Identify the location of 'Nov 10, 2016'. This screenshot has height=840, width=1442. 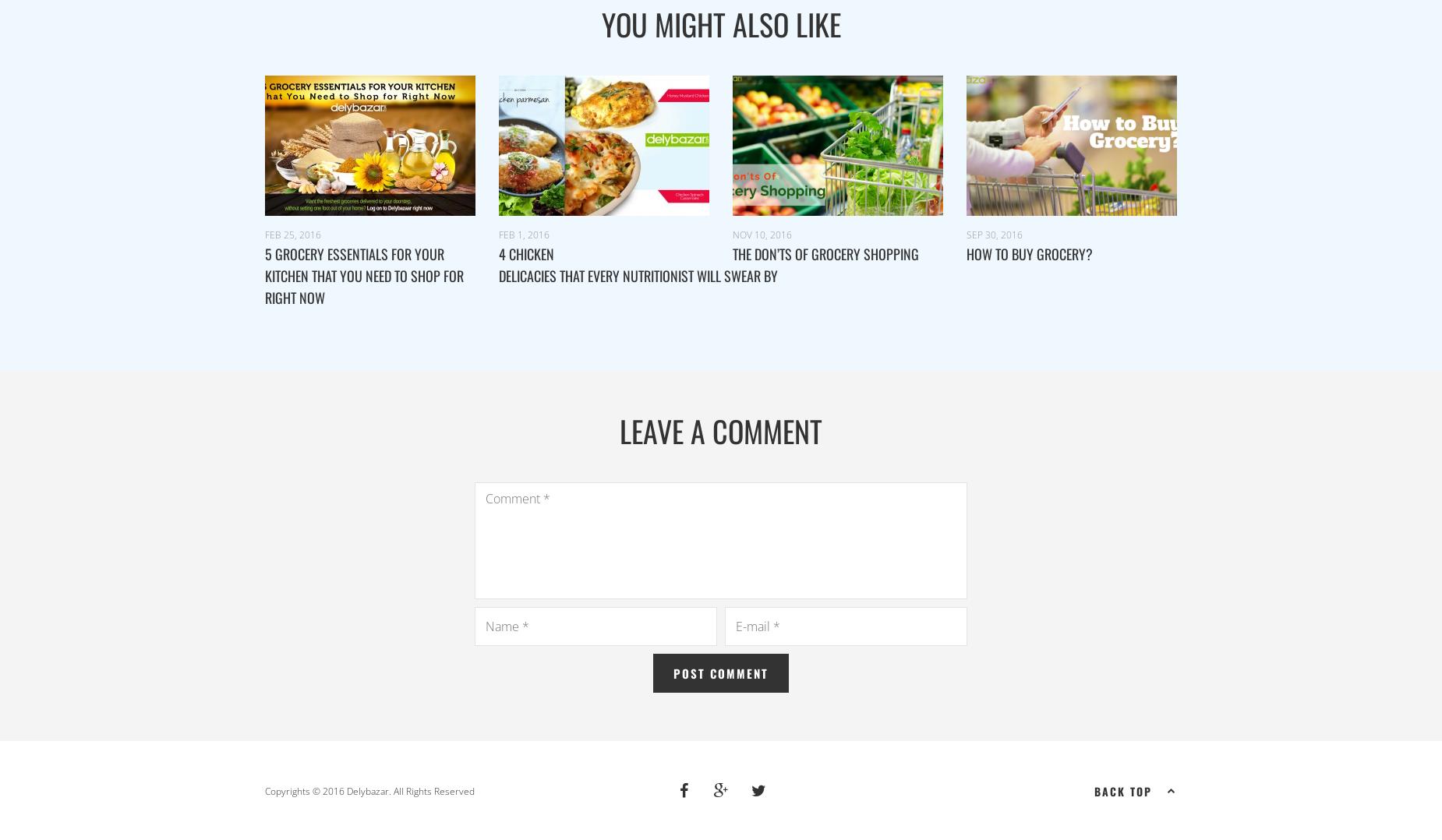
(761, 234).